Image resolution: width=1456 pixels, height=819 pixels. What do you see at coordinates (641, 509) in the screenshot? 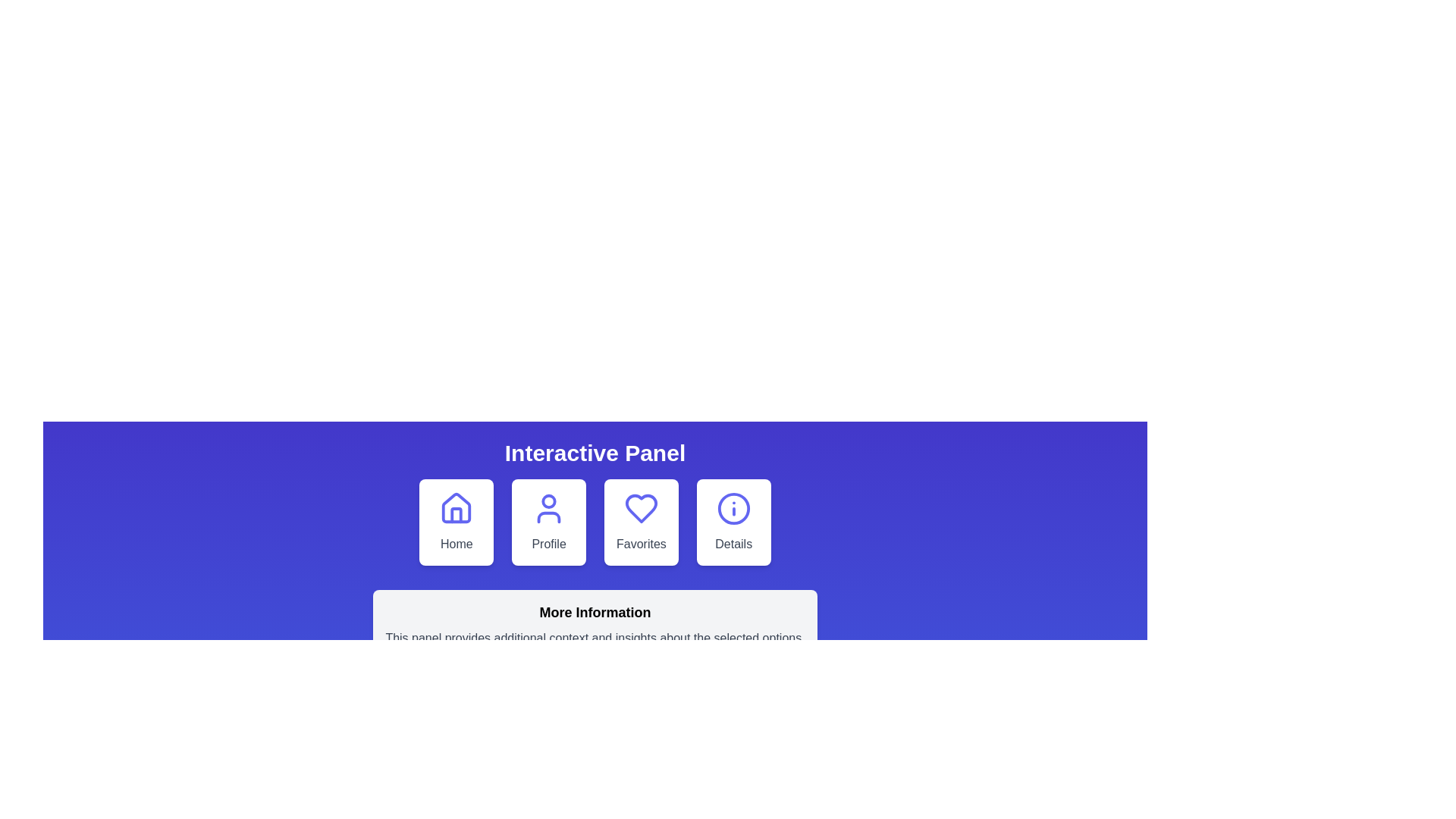
I see `the 'Favorites' heart icon, which is the third icon in a row of four, located centrally in the interactive panel section` at bounding box center [641, 509].